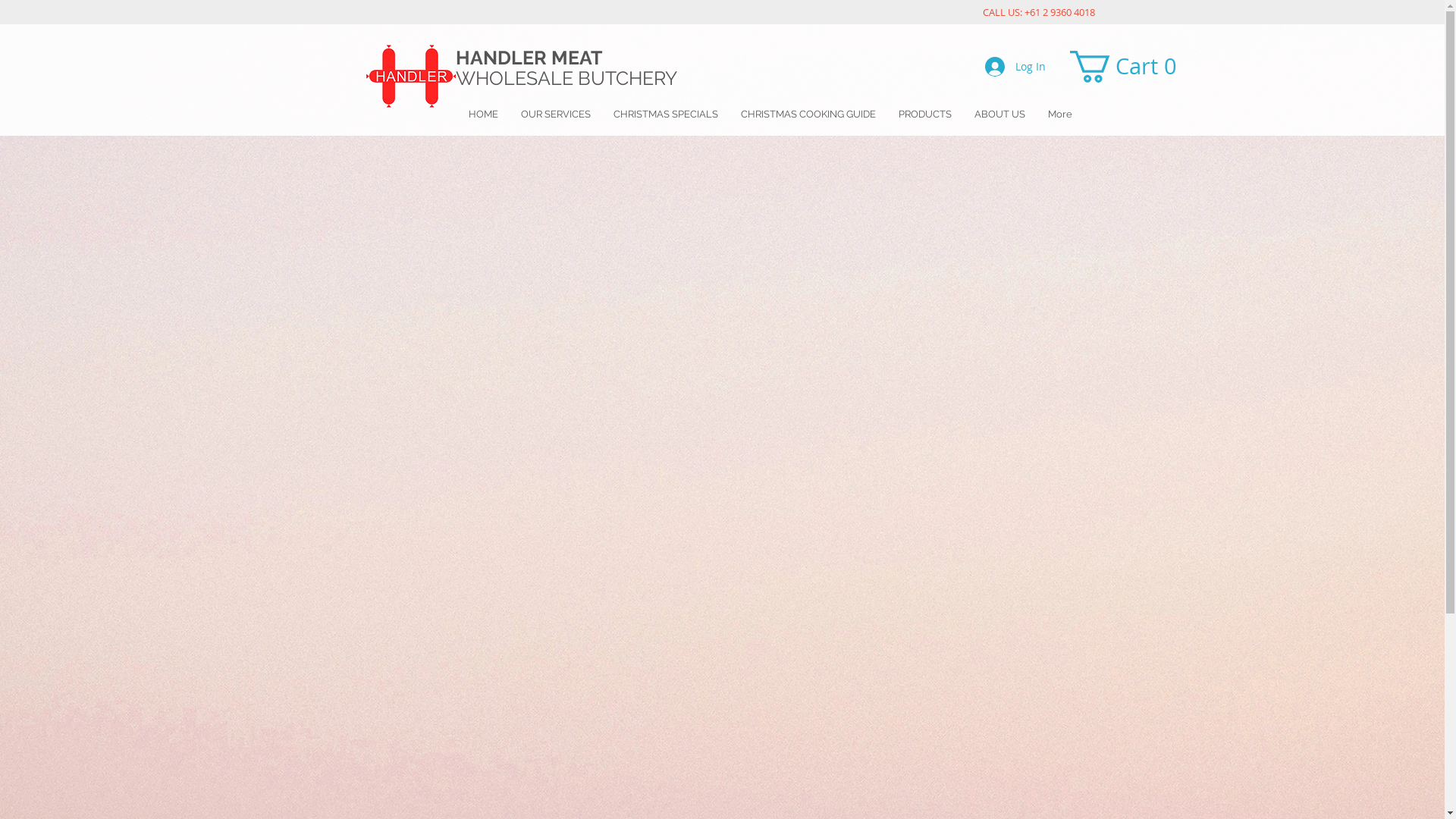 This screenshot has height=819, width=1456. I want to click on 'PRODUCTS', so click(924, 113).